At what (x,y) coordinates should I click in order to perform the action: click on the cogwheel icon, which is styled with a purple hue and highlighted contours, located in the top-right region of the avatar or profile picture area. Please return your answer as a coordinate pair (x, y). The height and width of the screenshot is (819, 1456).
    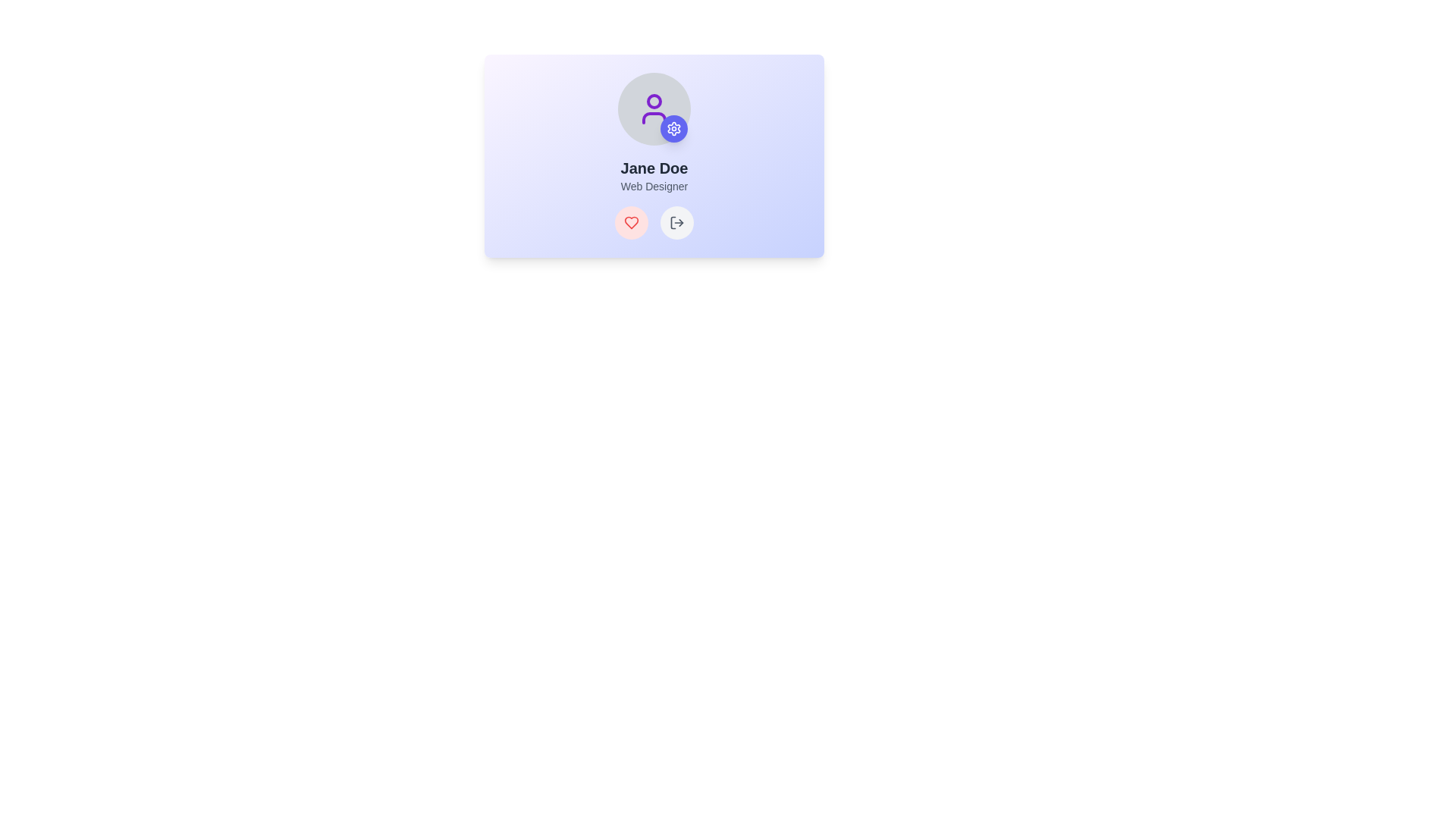
    Looking at the image, I should click on (673, 127).